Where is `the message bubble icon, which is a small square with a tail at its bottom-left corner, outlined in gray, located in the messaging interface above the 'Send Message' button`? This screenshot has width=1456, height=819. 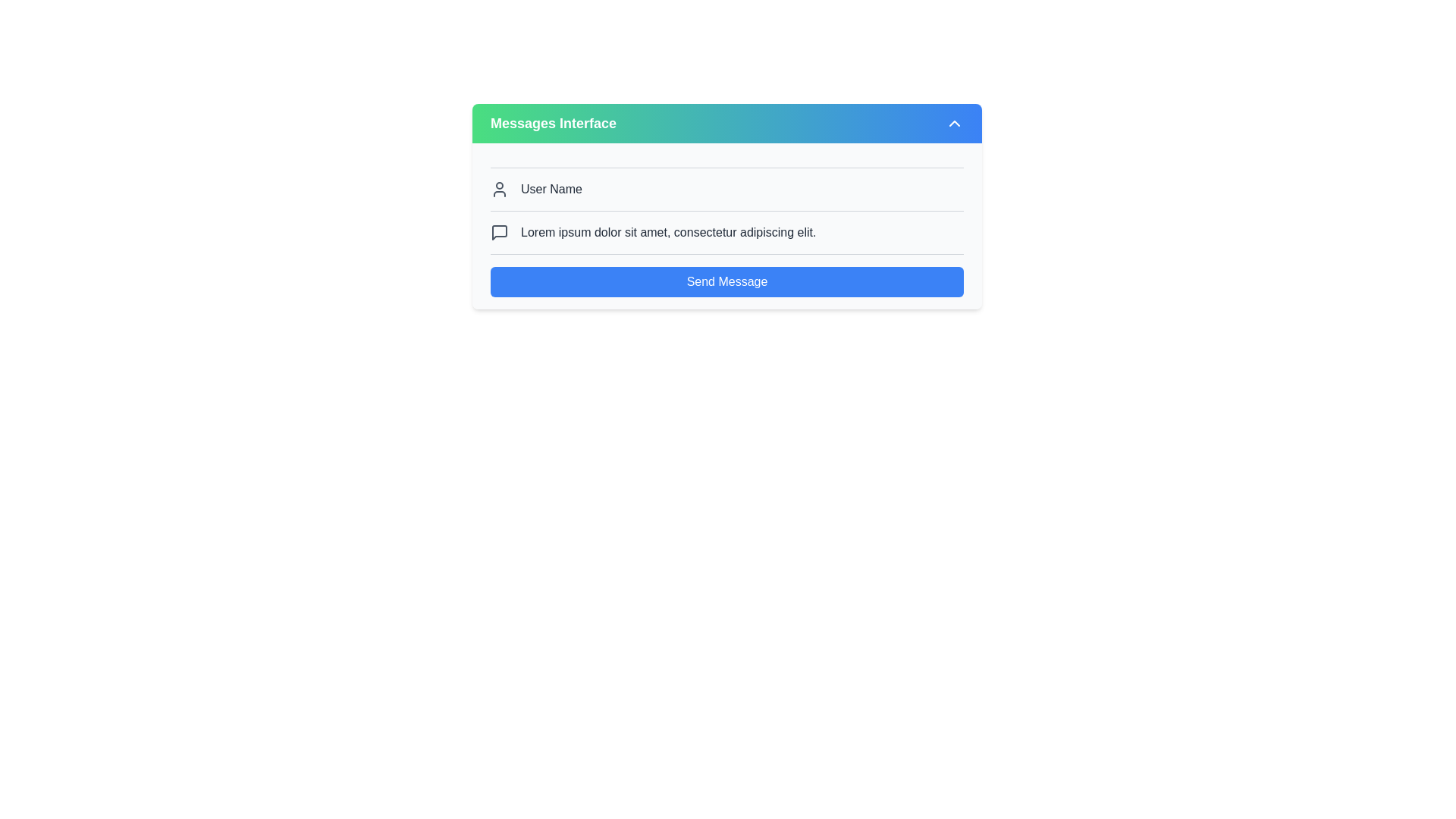 the message bubble icon, which is a small square with a tail at its bottom-left corner, outlined in gray, located in the messaging interface above the 'Send Message' button is located at coordinates (499, 233).